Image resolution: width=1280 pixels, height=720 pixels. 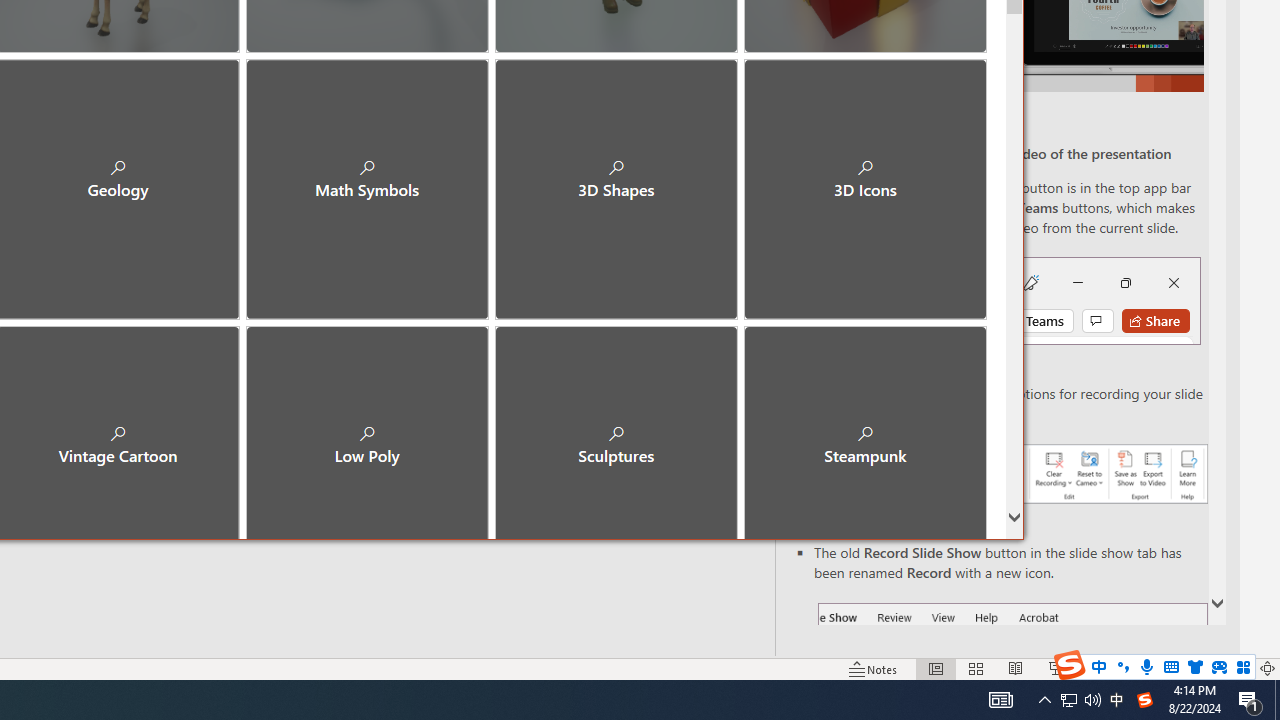 I want to click on '3D Icons', so click(x=865, y=180).